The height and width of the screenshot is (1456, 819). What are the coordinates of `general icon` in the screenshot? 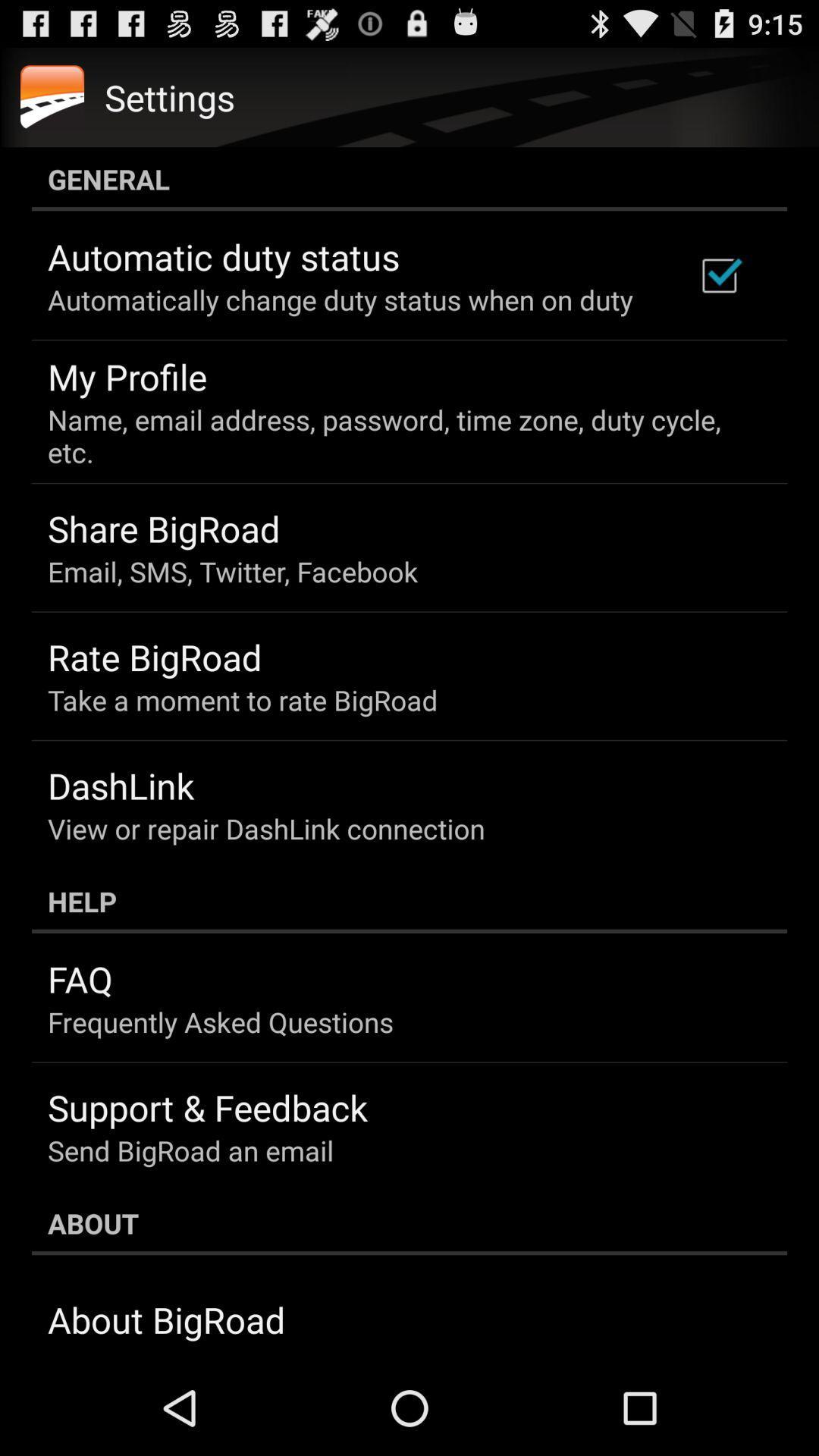 It's located at (409, 179).